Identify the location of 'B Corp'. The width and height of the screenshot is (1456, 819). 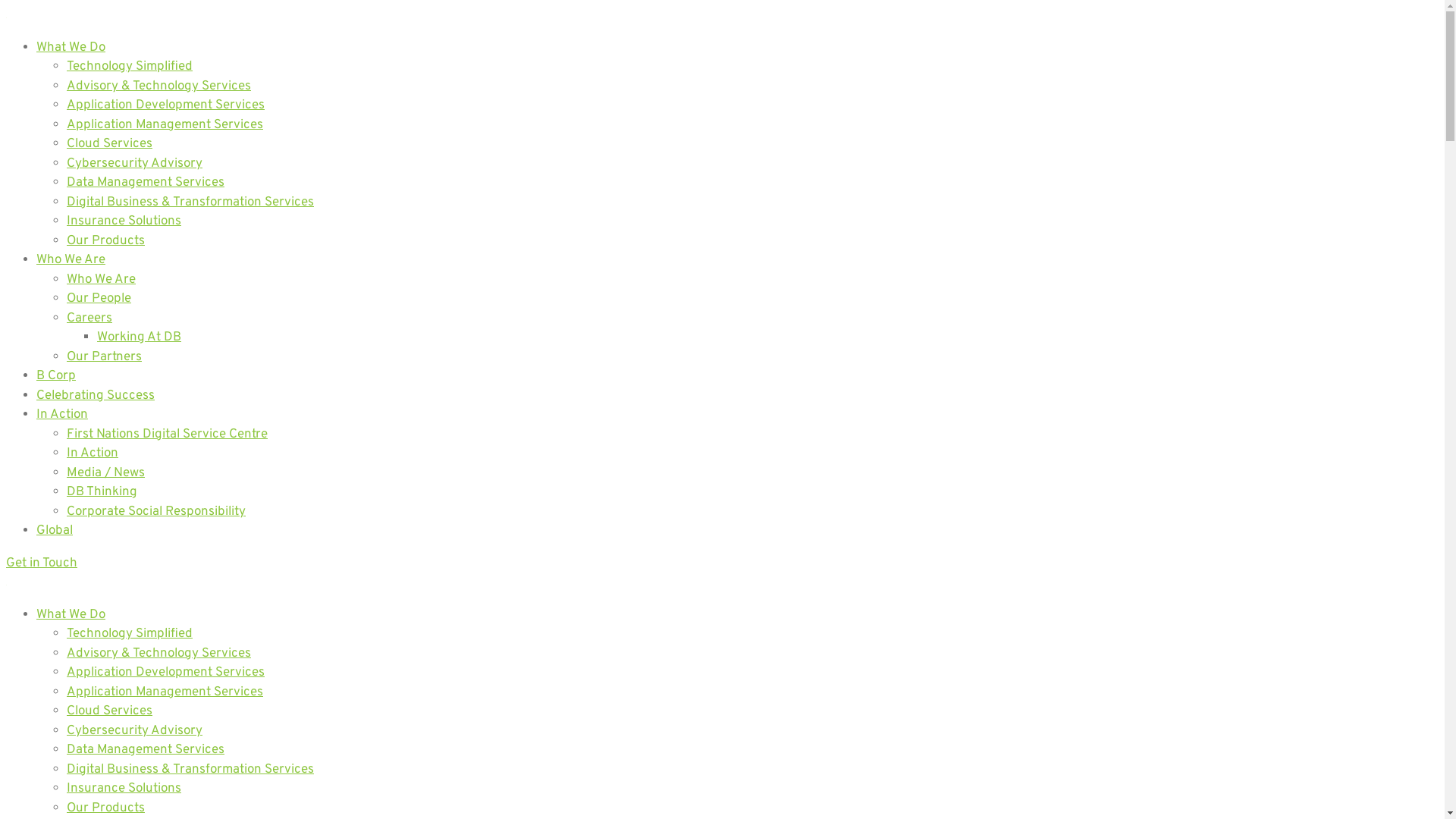
(36, 375).